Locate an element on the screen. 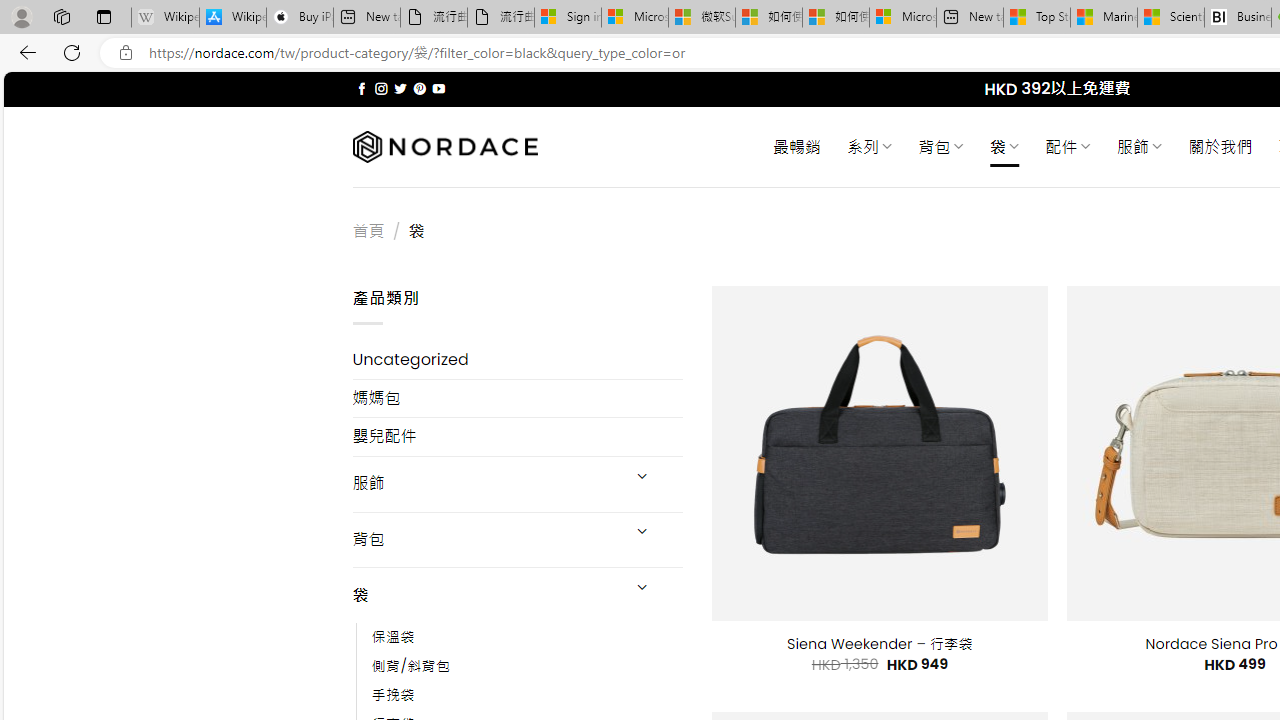 This screenshot has width=1280, height=720. 'Follow on Twitter' is located at coordinates (400, 88).